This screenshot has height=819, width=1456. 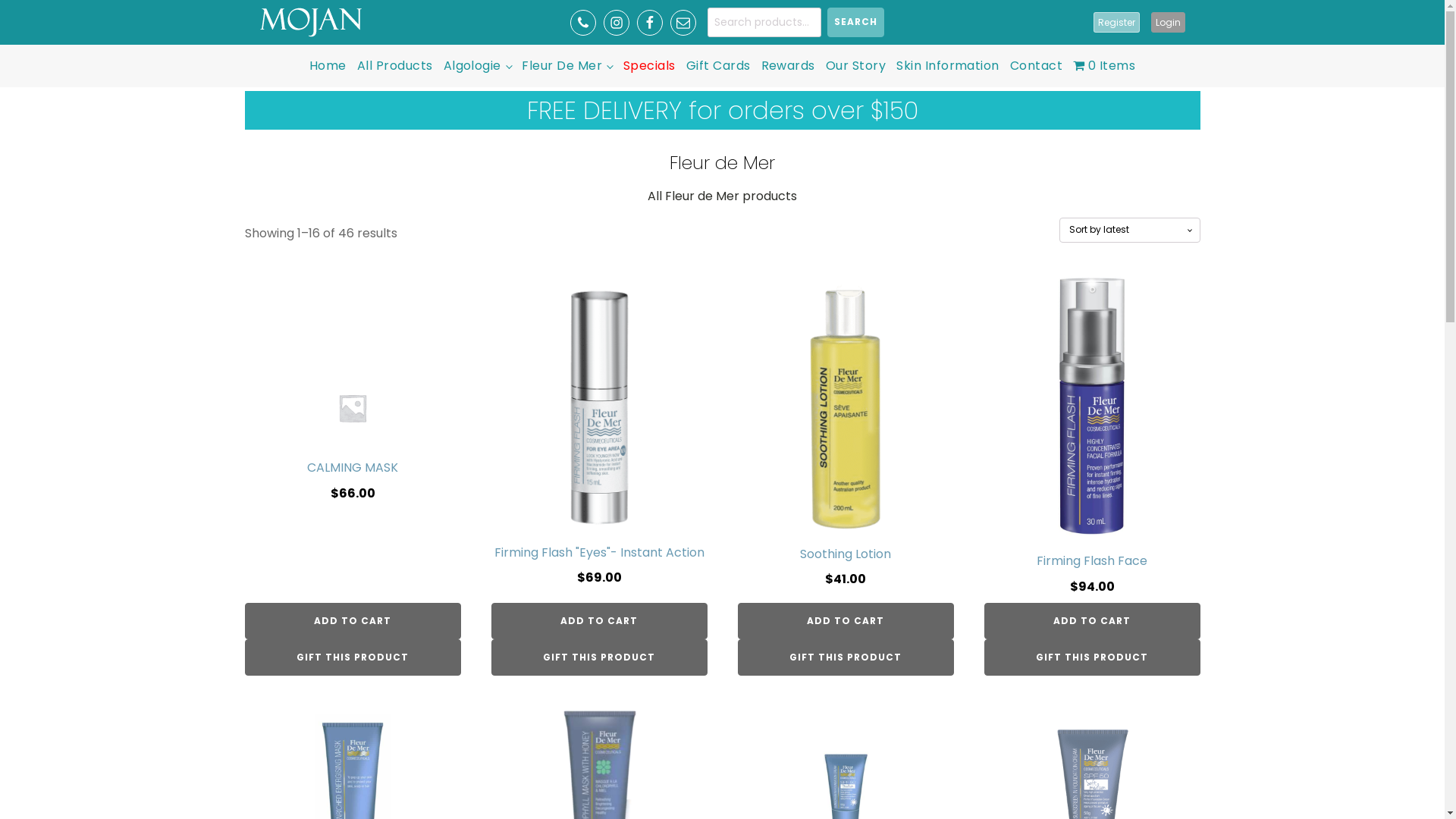 I want to click on 'CALMING MASK, so click(x=351, y=439).